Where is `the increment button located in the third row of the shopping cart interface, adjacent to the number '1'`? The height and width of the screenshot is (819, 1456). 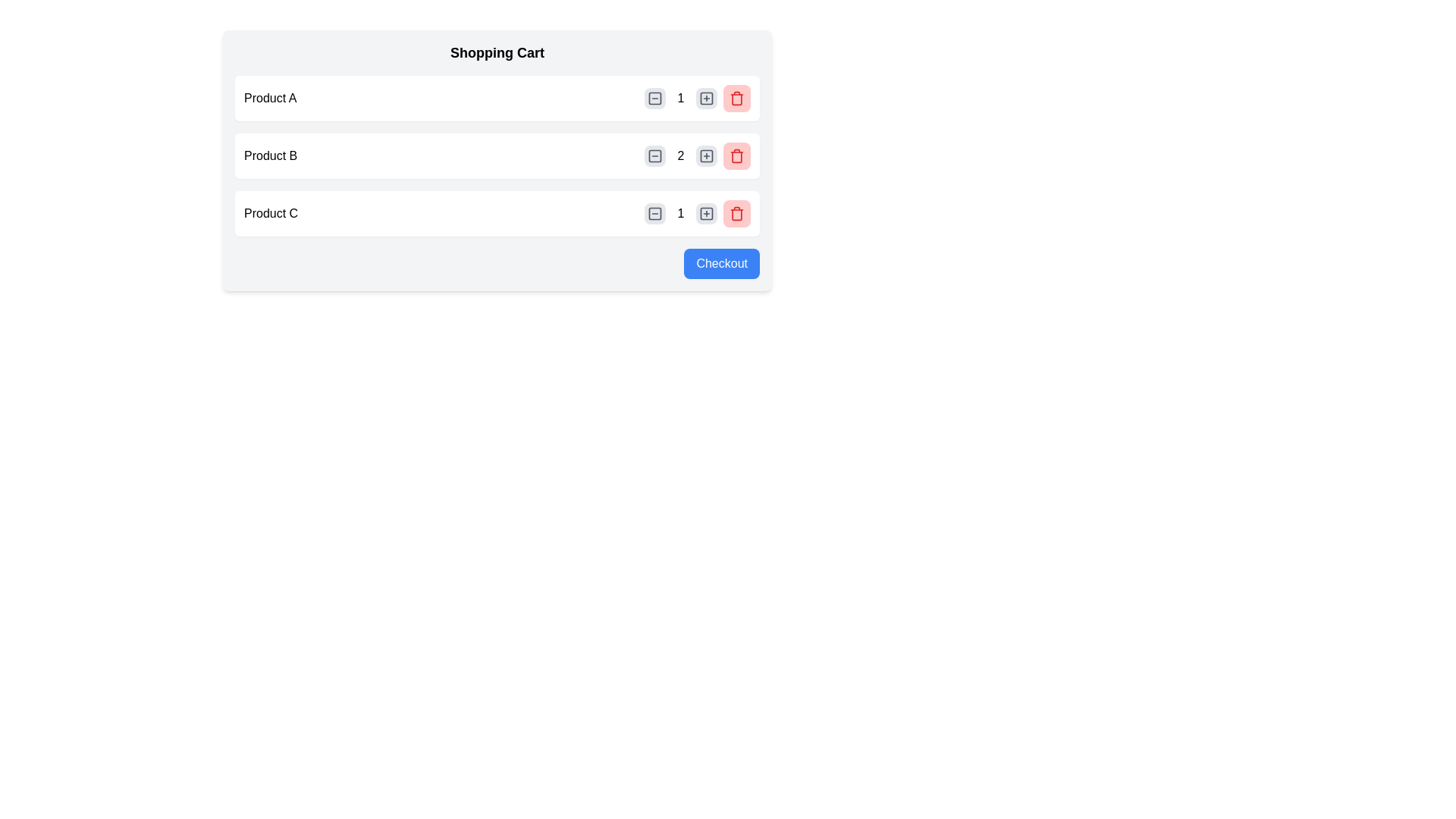
the increment button located in the third row of the shopping cart interface, adjacent to the number '1' is located at coordinates (705, 213).